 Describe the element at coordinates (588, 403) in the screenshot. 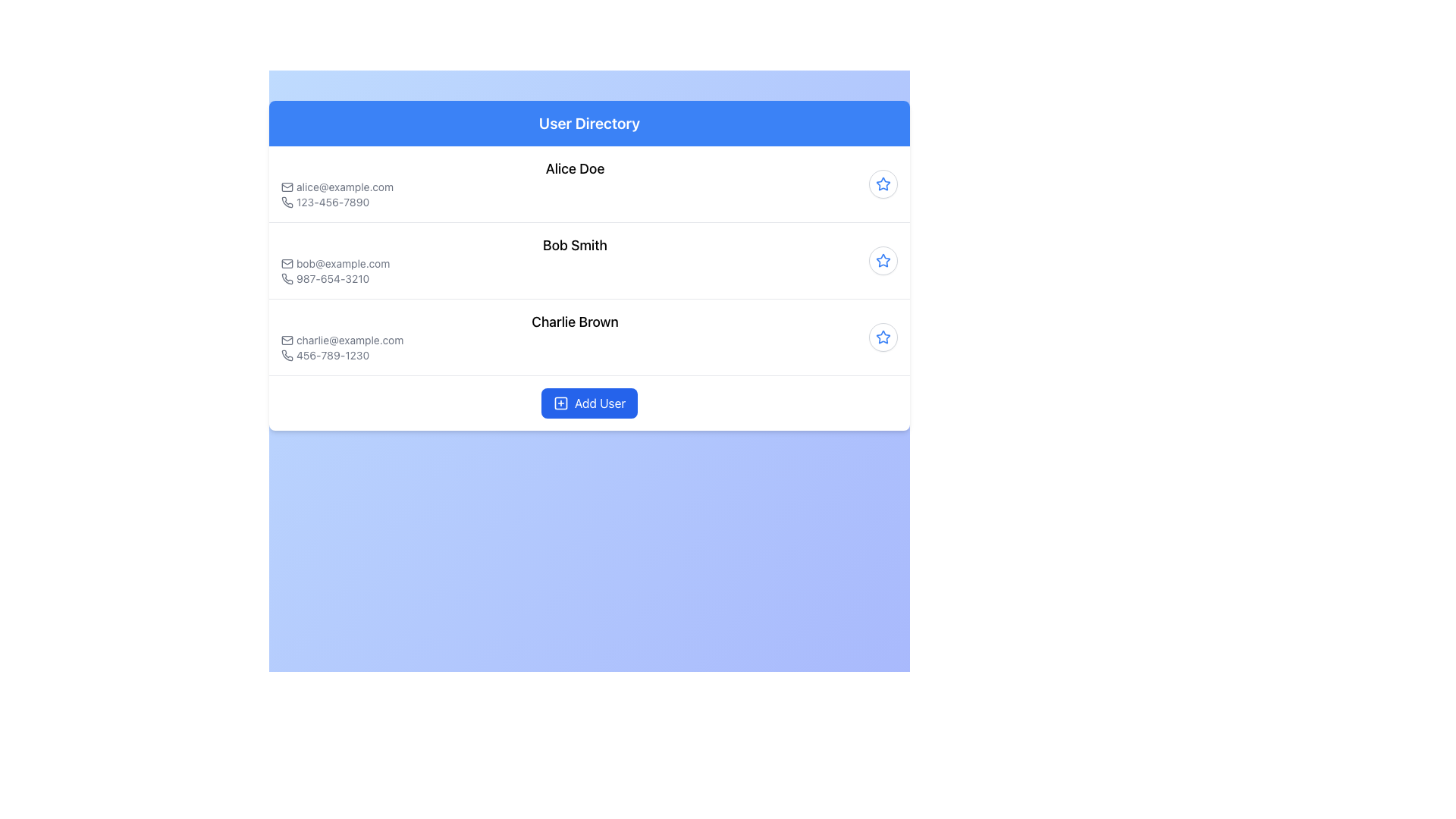

I see `the blue 'Add User' button using keyboard navigation` at that location.